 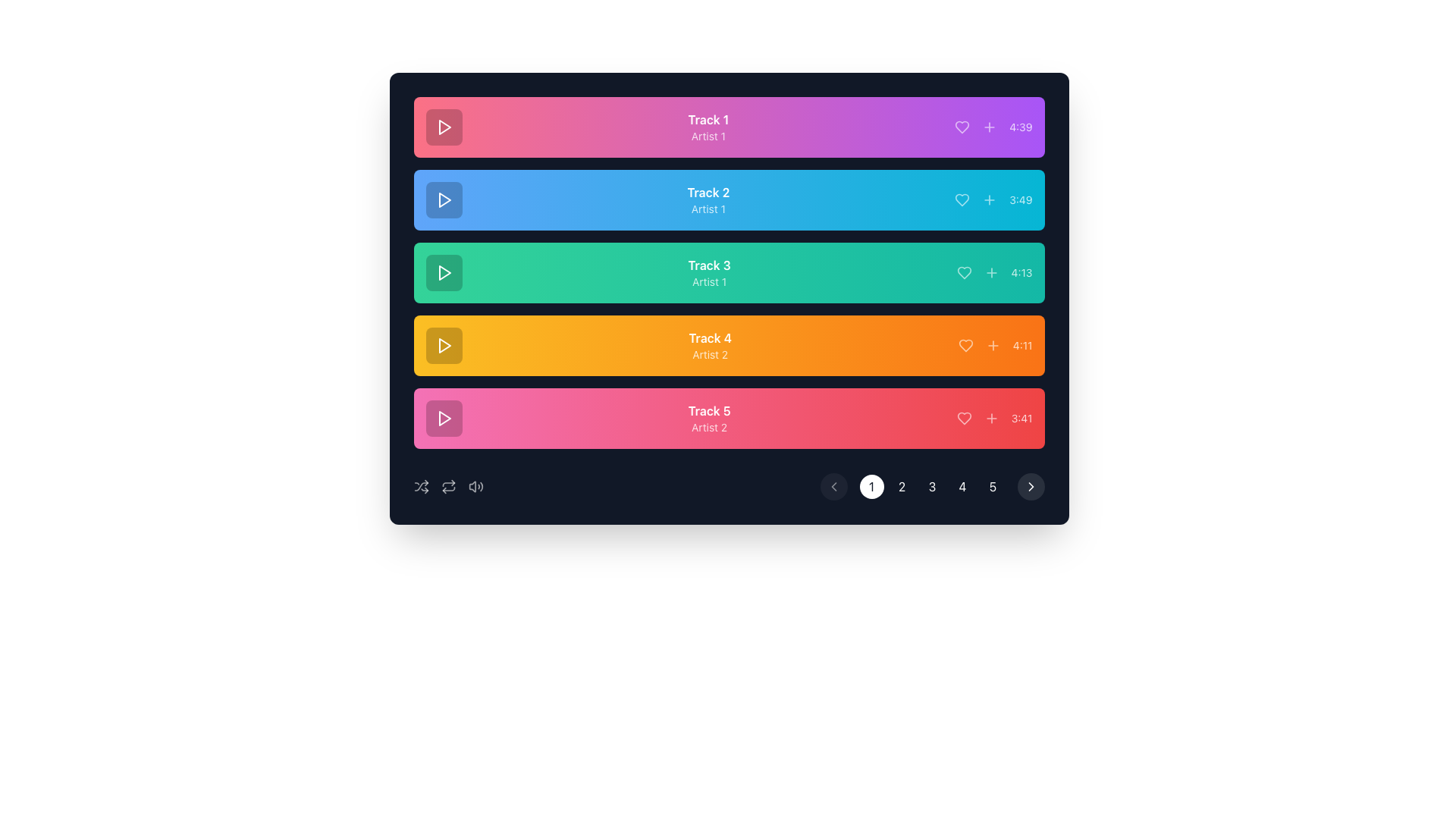 I want to click on the volume control icon located in the bottom control bar to adjust the volume, so click(x=471, y=486).